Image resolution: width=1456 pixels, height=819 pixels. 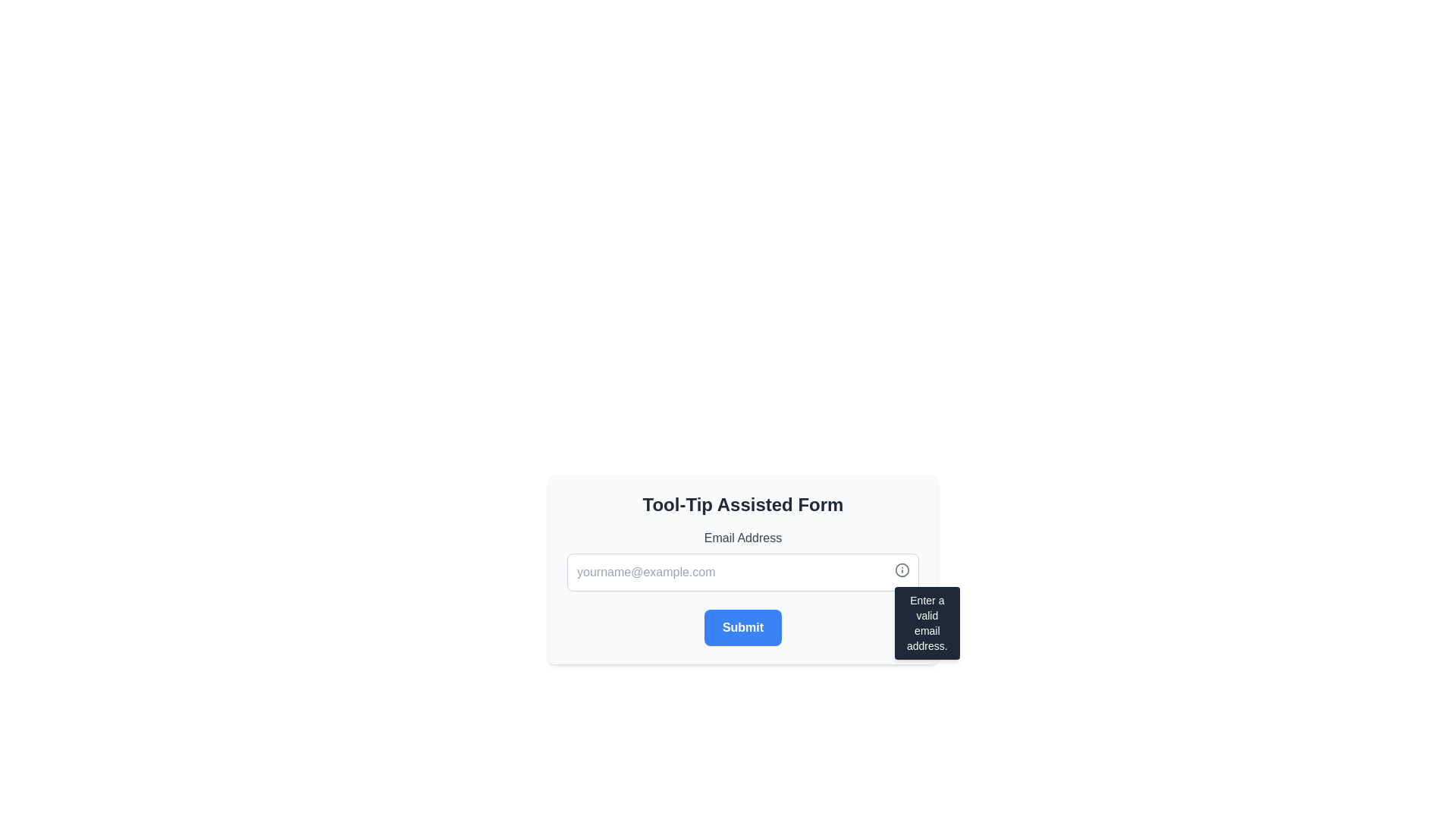 I want to click on the header element with the text 'Tool-Tip Assisted Form', which is styled with a bold gray font and positioned at the top center of the form above the 'Email Address' input field, so click(x=742, y=505).